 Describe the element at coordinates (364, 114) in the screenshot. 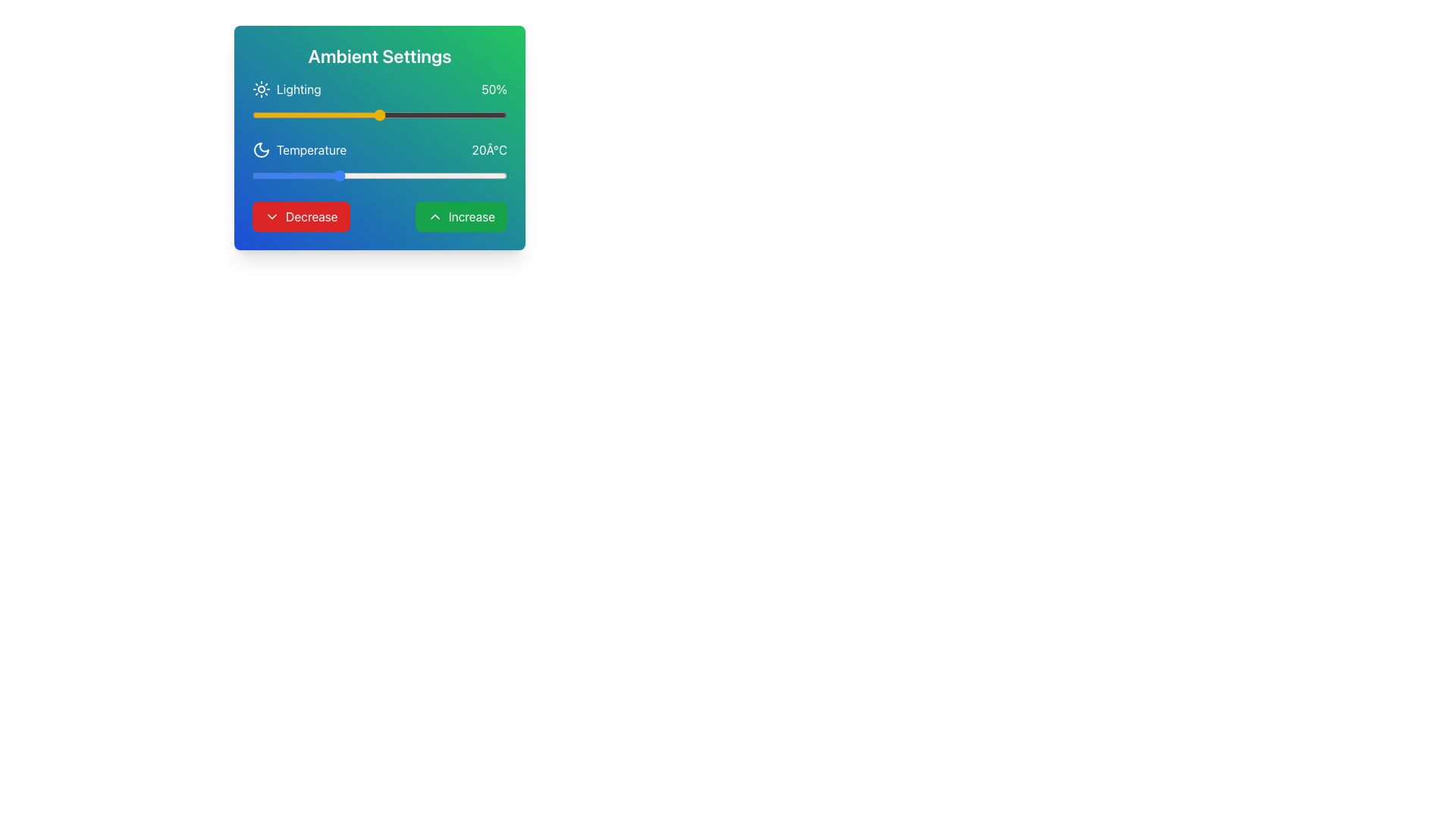

I see `brightness level` at that location.